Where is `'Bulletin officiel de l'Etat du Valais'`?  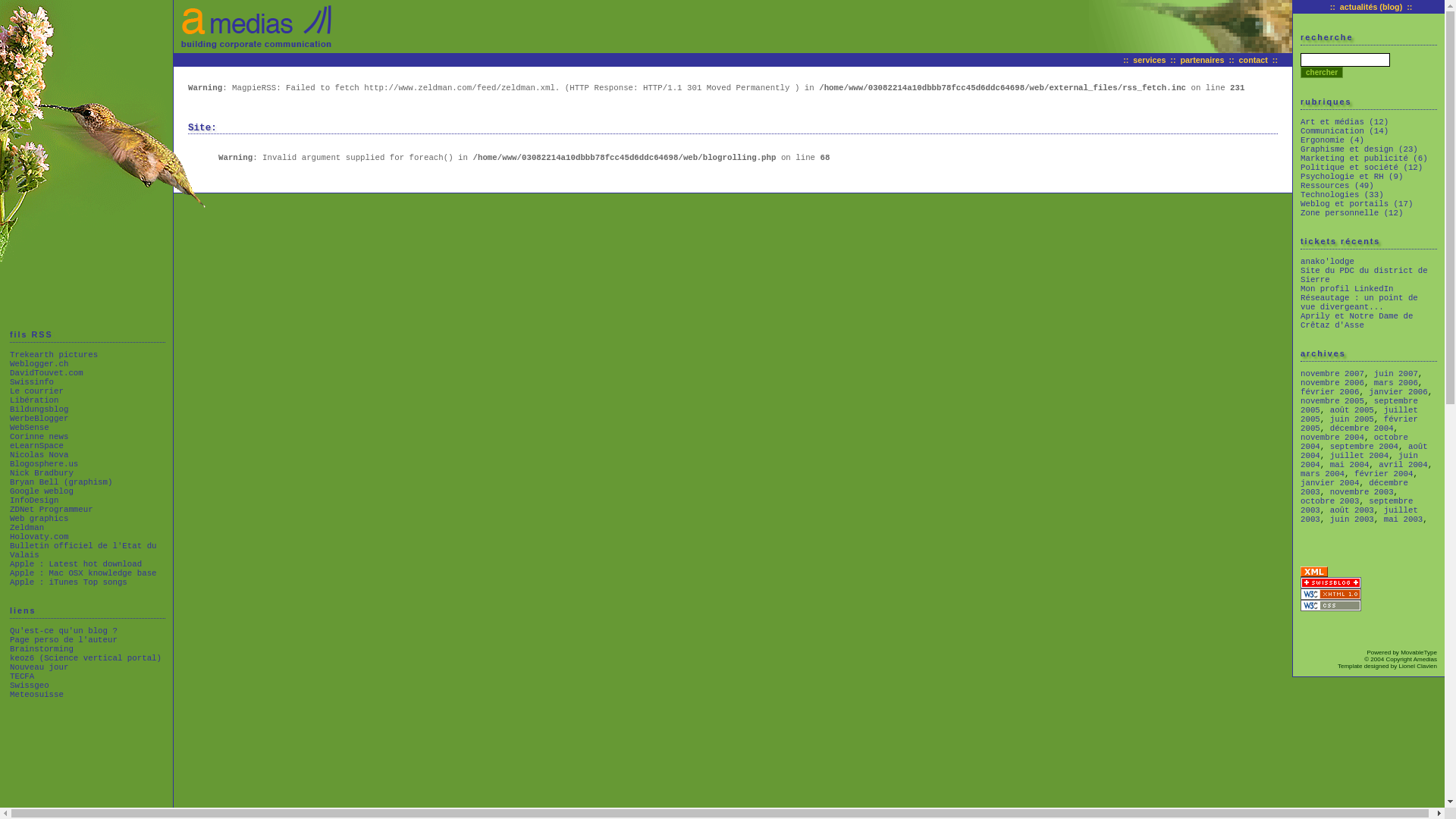 'Bulletin officiel de l'Etat du Valais' is located at coordinates (83, 550).